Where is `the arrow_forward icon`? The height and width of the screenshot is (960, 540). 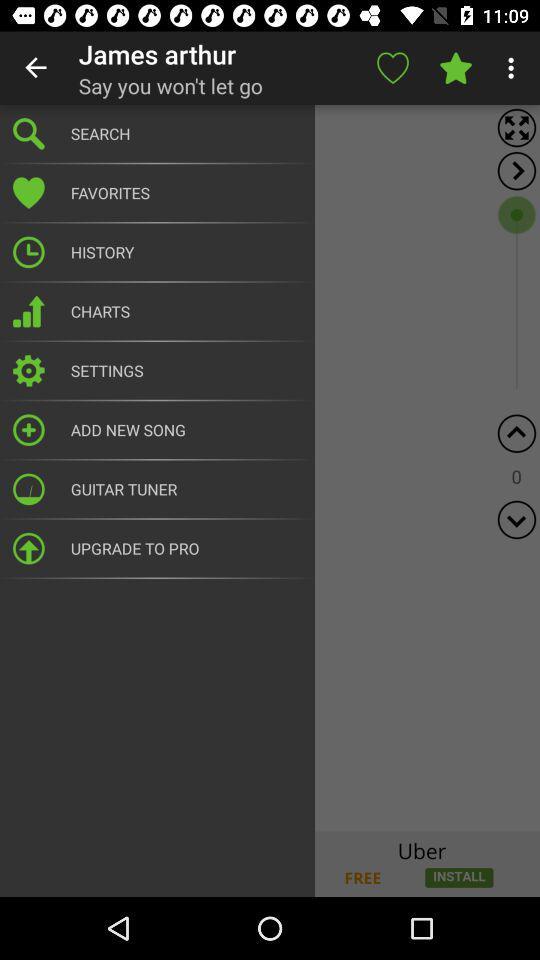
the arrow_forward icon is located at coordinates (516, 170).